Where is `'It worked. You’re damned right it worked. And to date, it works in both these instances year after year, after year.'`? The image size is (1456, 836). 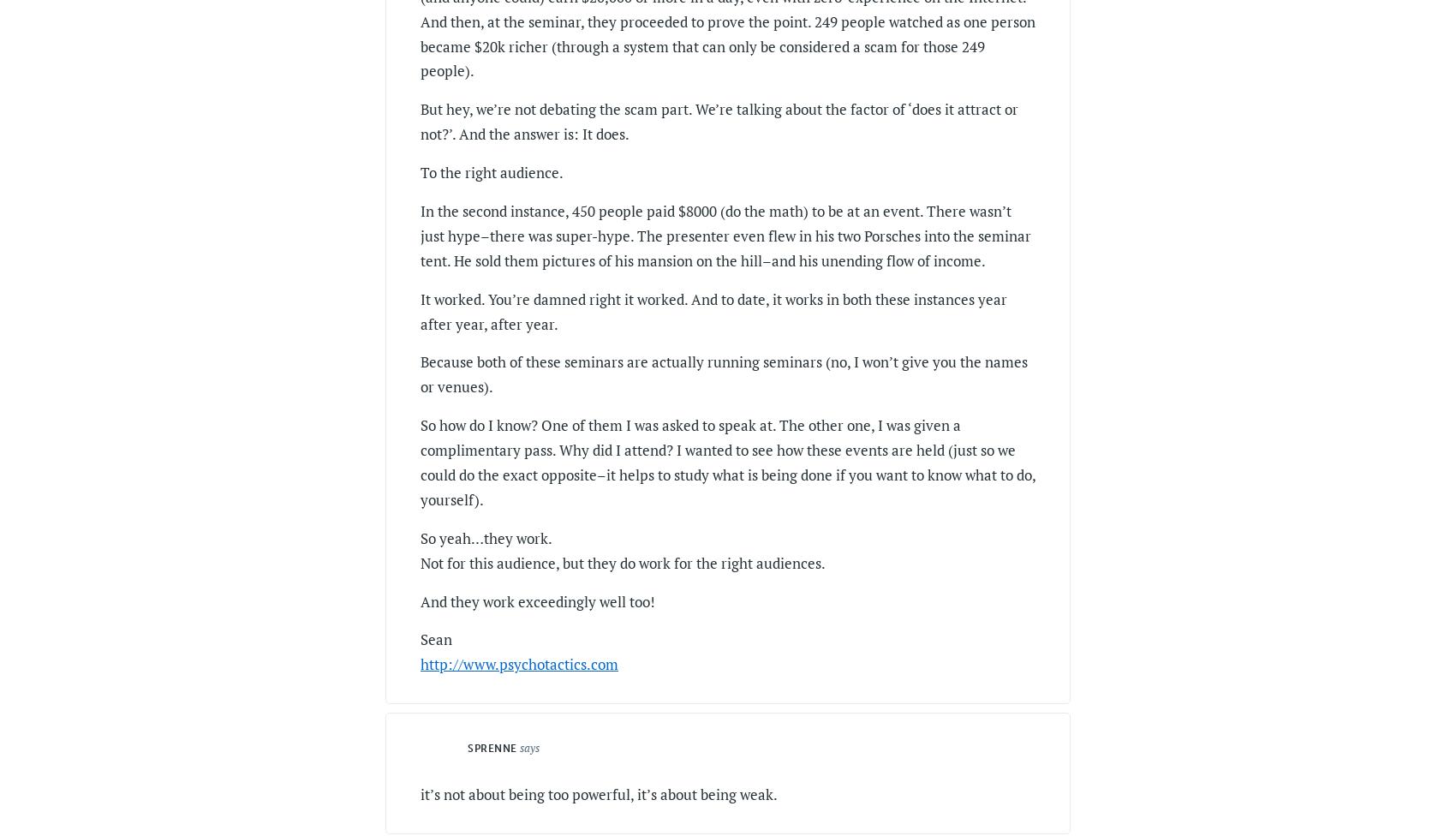 'It worked. You’re damned right it worked. And to date, it works in both these instances year after year, after year.' is located at coordinates (713, 310).